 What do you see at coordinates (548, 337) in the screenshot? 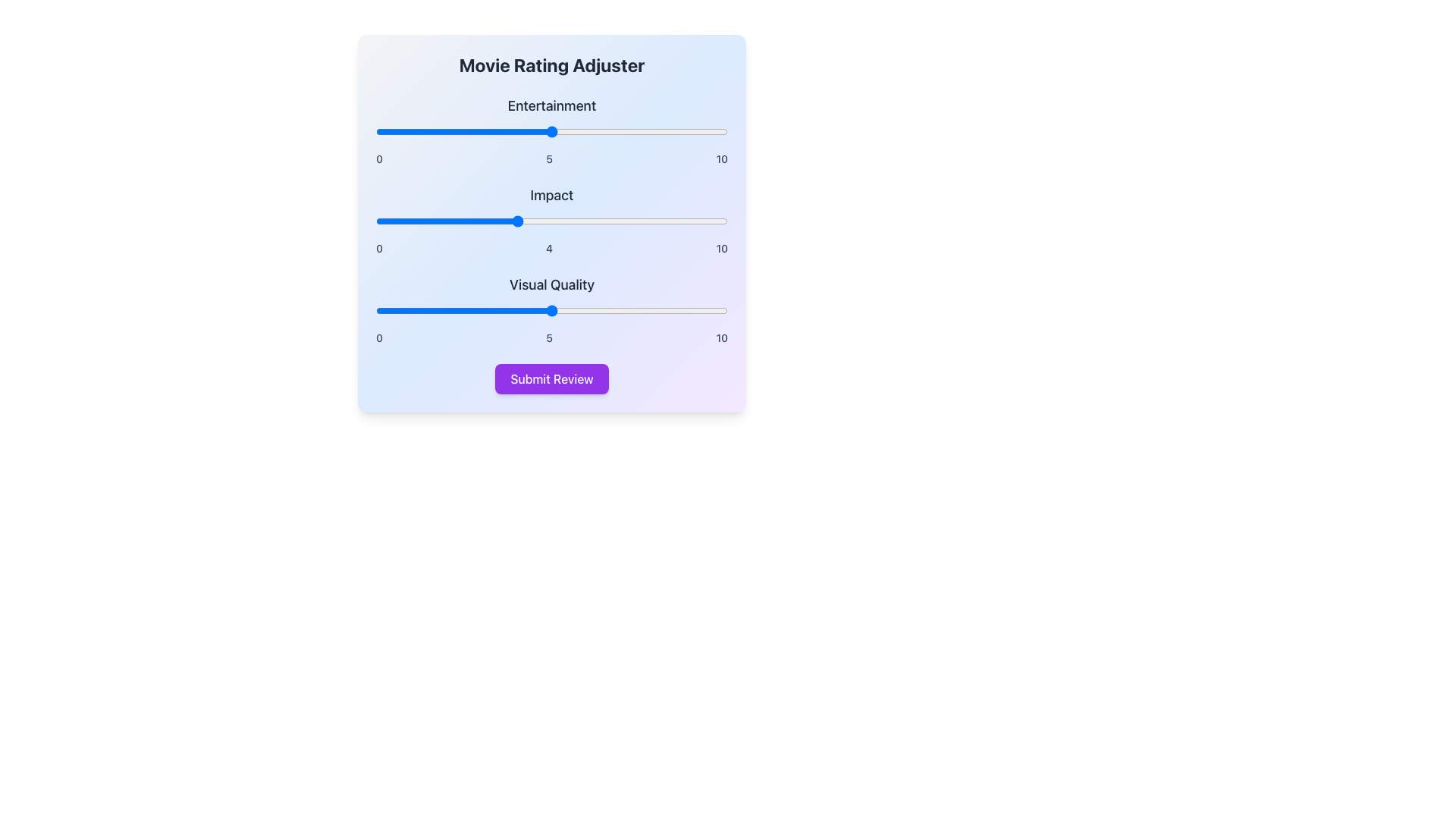
I see `the static text label indicating the midpoint value of the slider control for the 'Visual Quality' section, which is centrally positioned between the numbers '0' and '10'` at bounding box center [548, 337].